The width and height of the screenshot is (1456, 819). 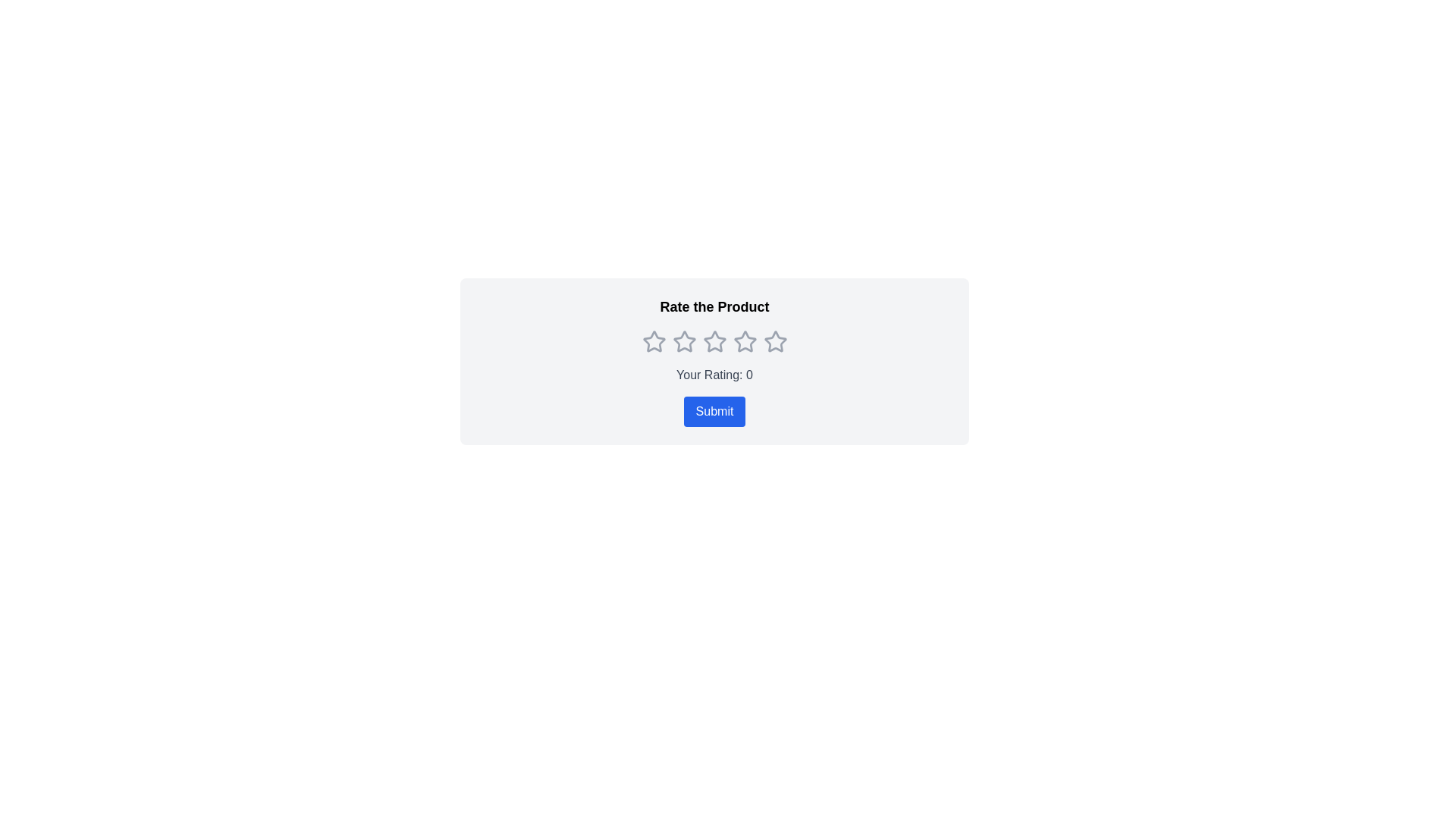 What do you see at coordinates (654, 341) in the screenshot?
I see `the first hollow star icon in the horizontal row beneath the 'Rate the Product' label` at bounding box center [654, 341].